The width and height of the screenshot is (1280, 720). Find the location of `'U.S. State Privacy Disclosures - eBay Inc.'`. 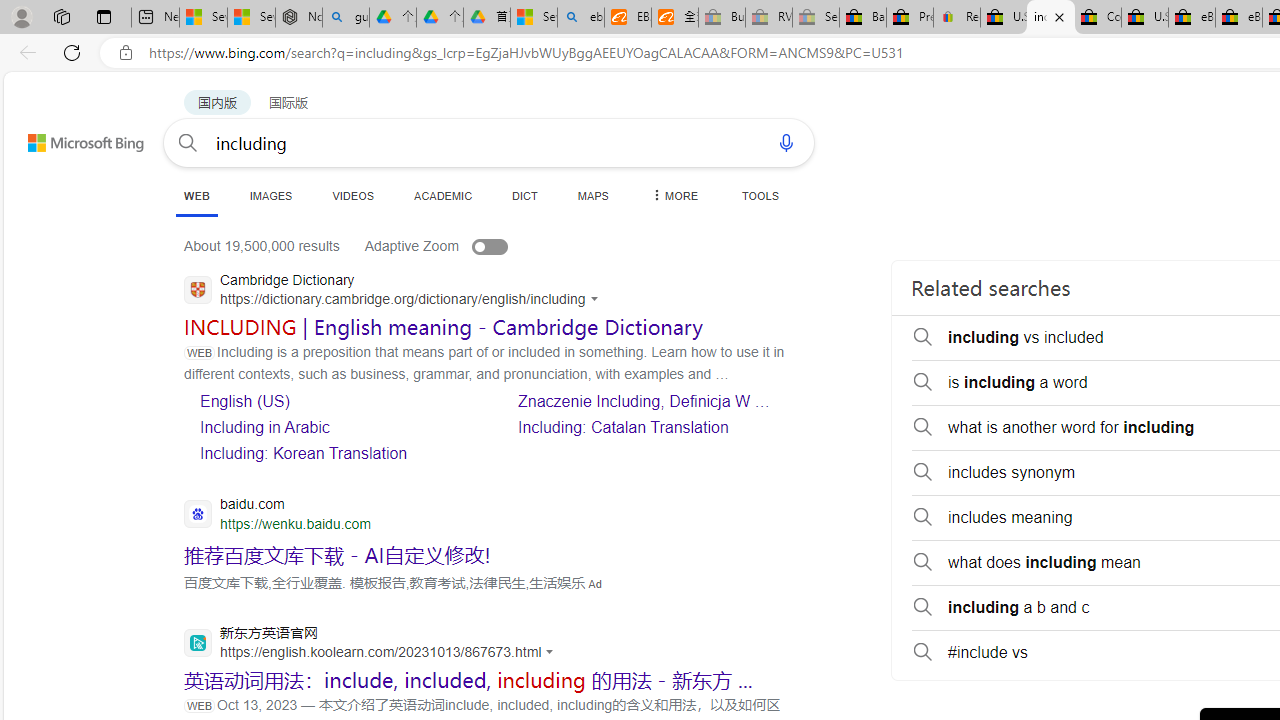

'U.S. State Privacy Disclosures - eBay Inc.' is located at coordinates (1145, 17).